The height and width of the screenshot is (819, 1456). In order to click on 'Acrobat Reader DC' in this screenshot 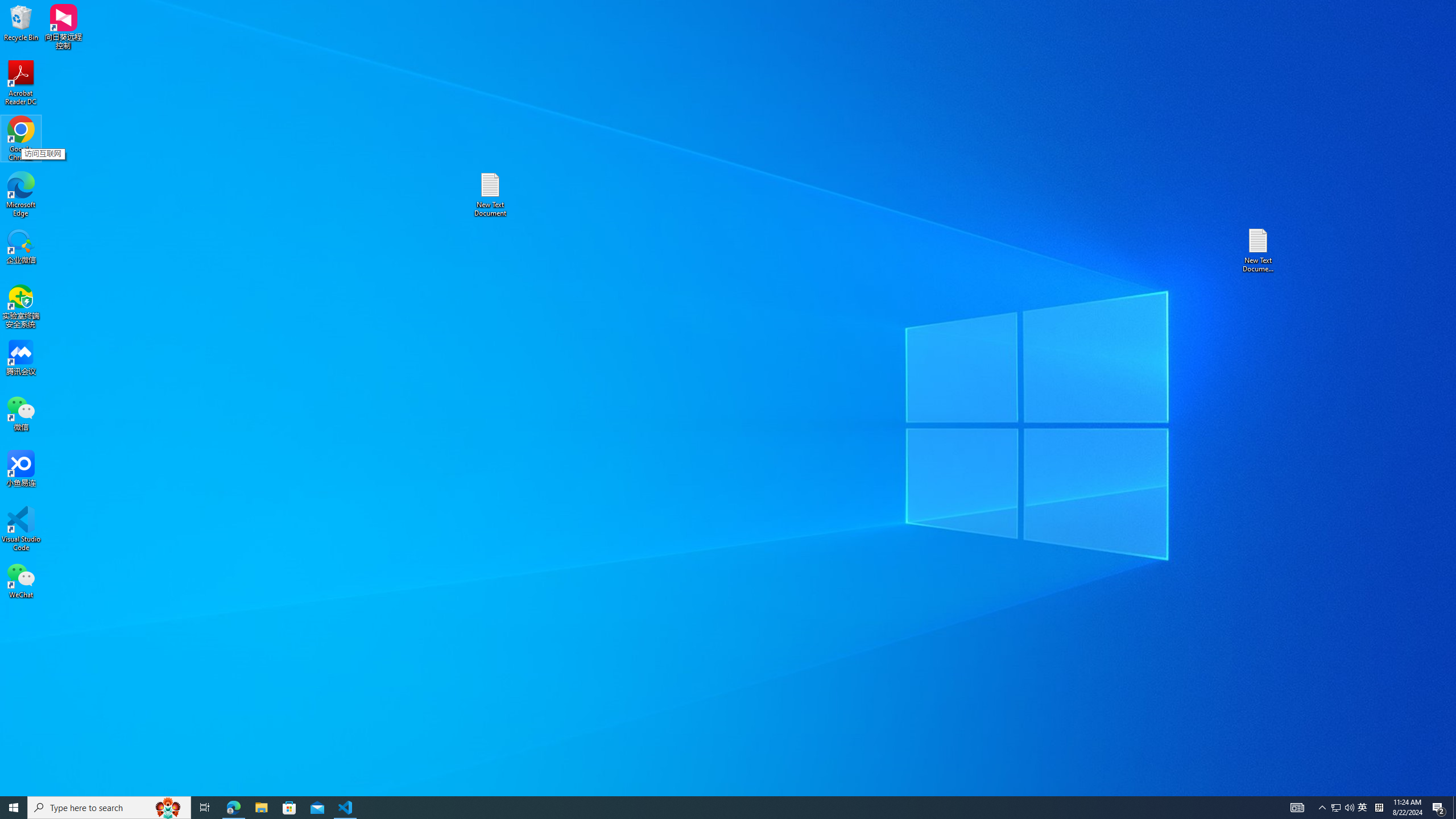, I will do `click(20, 82)`.